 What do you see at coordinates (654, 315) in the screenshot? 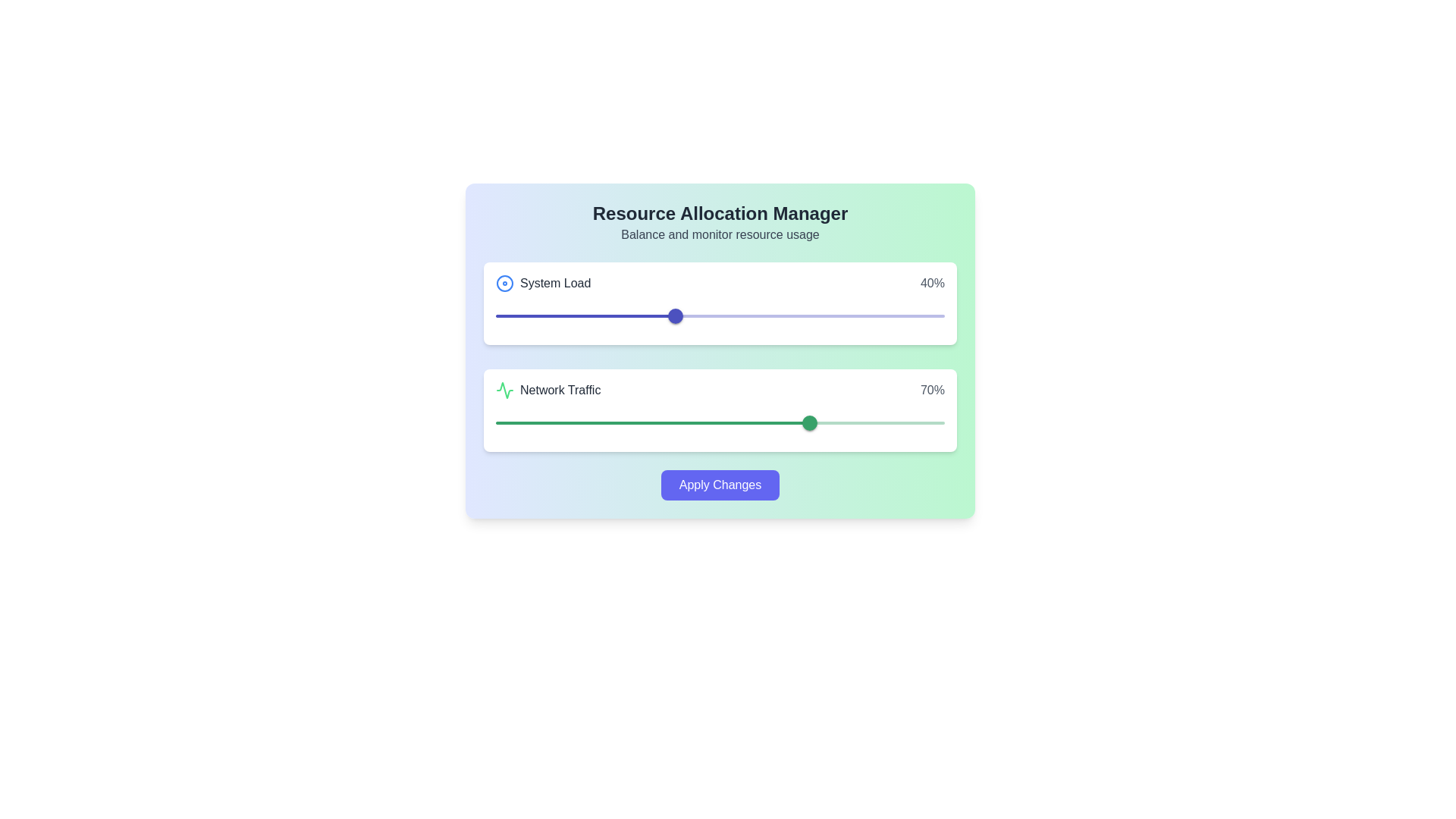
I see `the slider` at bounding box center [654, 315].